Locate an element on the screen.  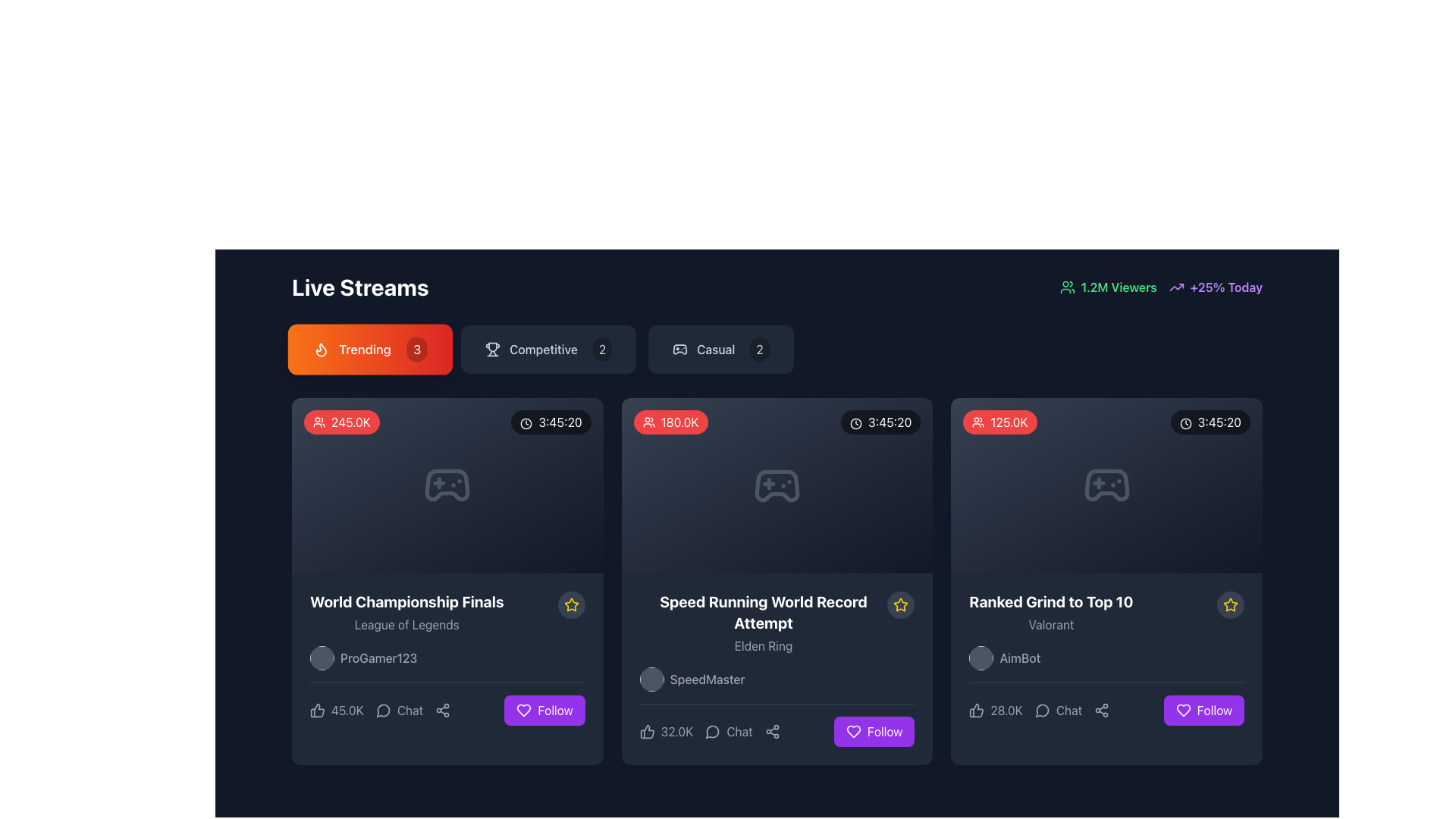
the circular button with a dark gray background containing a yellow star icon, located at the top-right corner of the 'World Championship Finals' card is located at coordinates (570, 604).